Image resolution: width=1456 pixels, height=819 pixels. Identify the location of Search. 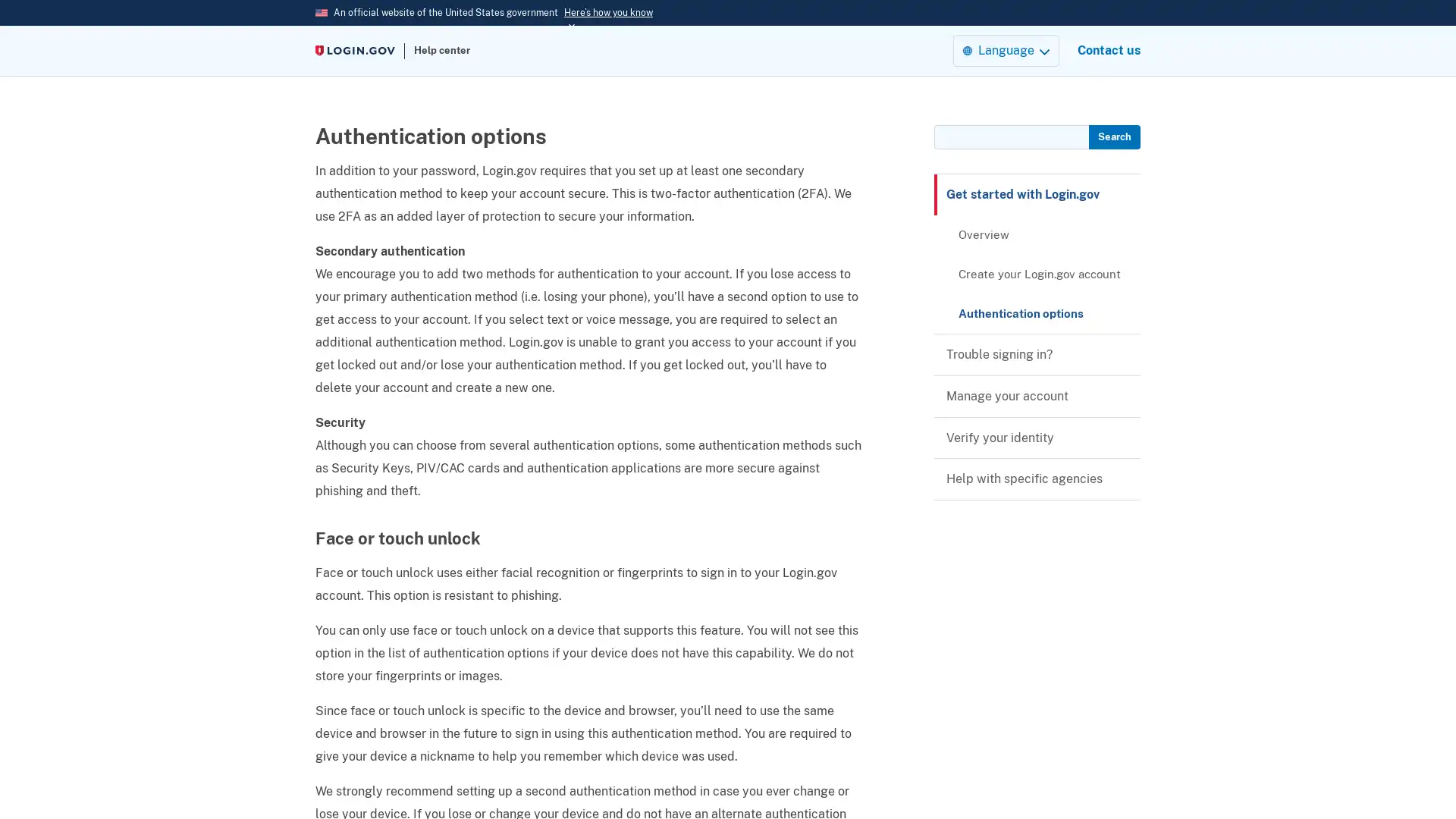
(1113, 137).